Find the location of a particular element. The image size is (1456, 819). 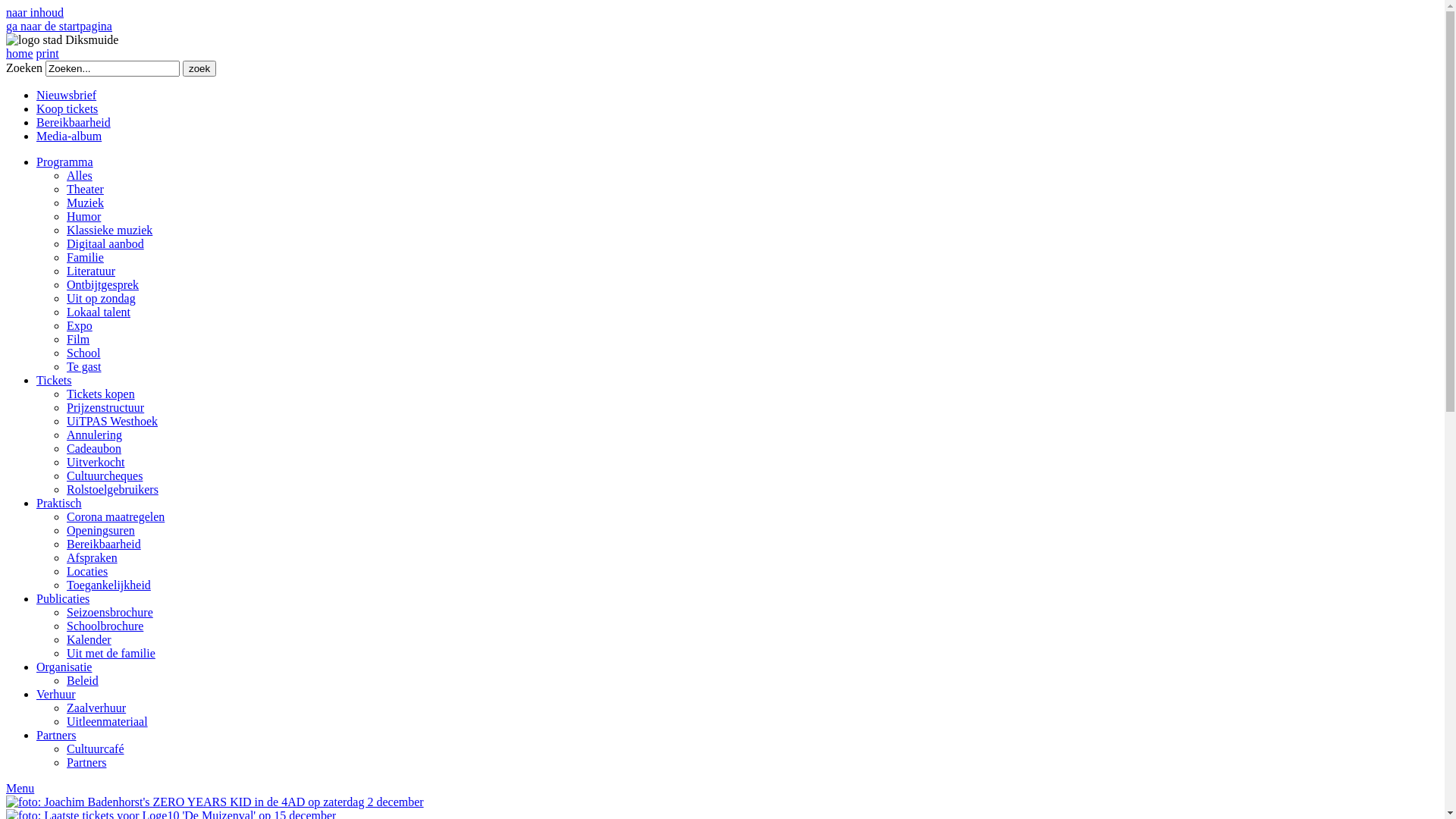

'Digitaal aanbod' is located at coordinates (105, 243).